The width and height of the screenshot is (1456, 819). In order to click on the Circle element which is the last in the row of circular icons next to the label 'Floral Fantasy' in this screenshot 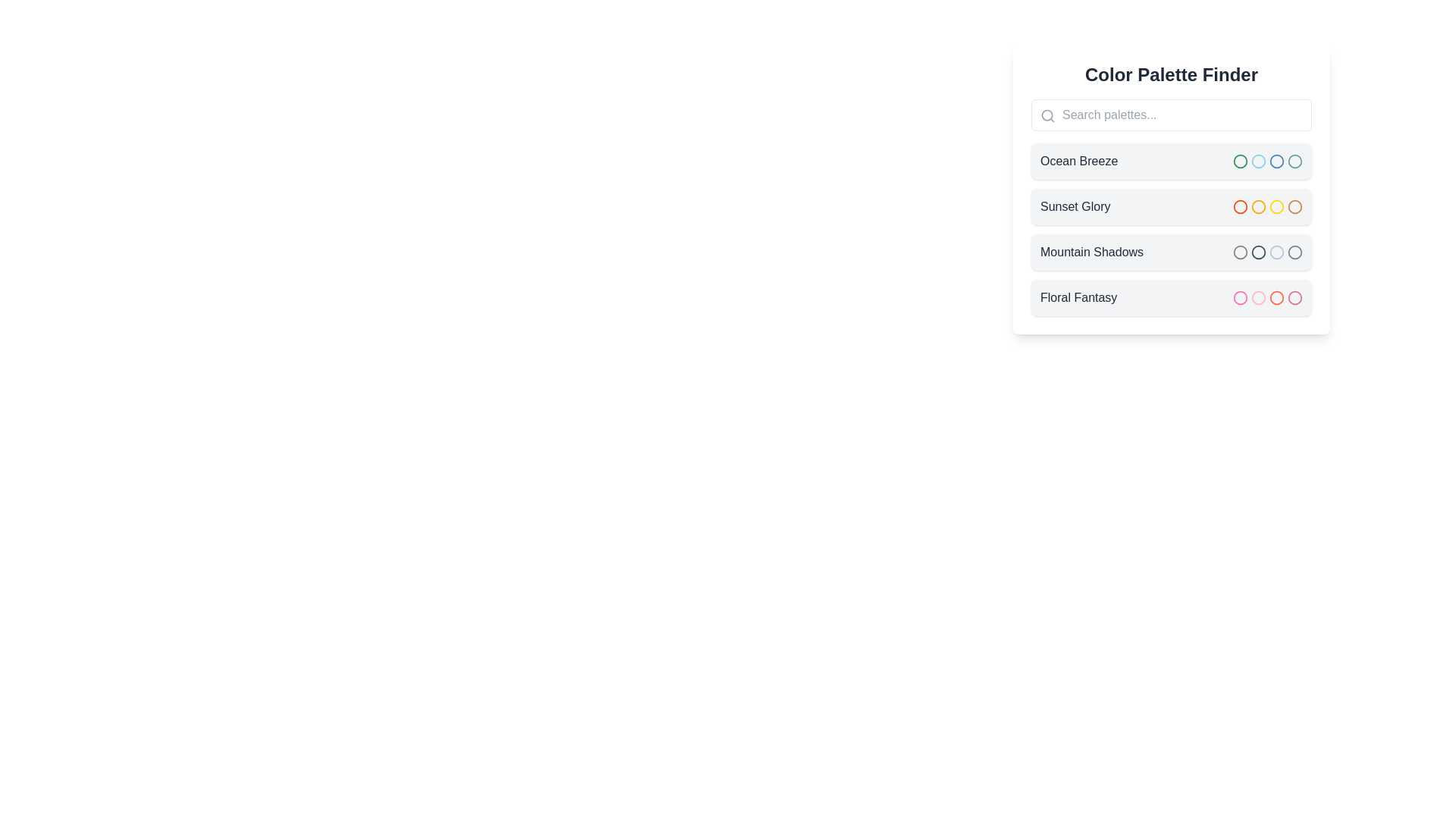, I will do `click(1276, 298)`.